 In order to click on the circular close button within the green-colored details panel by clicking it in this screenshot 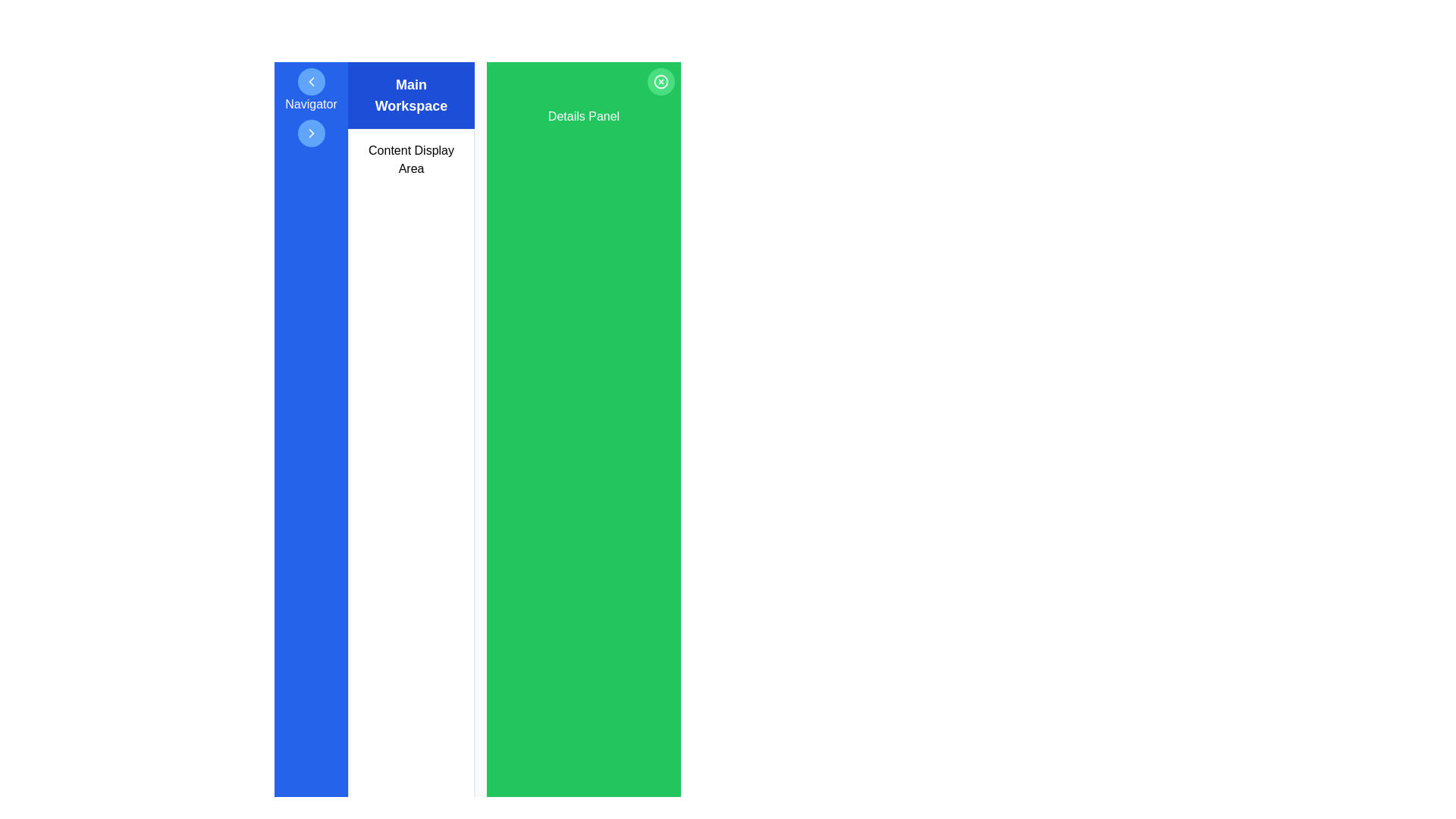, I will do `click(661, 82)`.